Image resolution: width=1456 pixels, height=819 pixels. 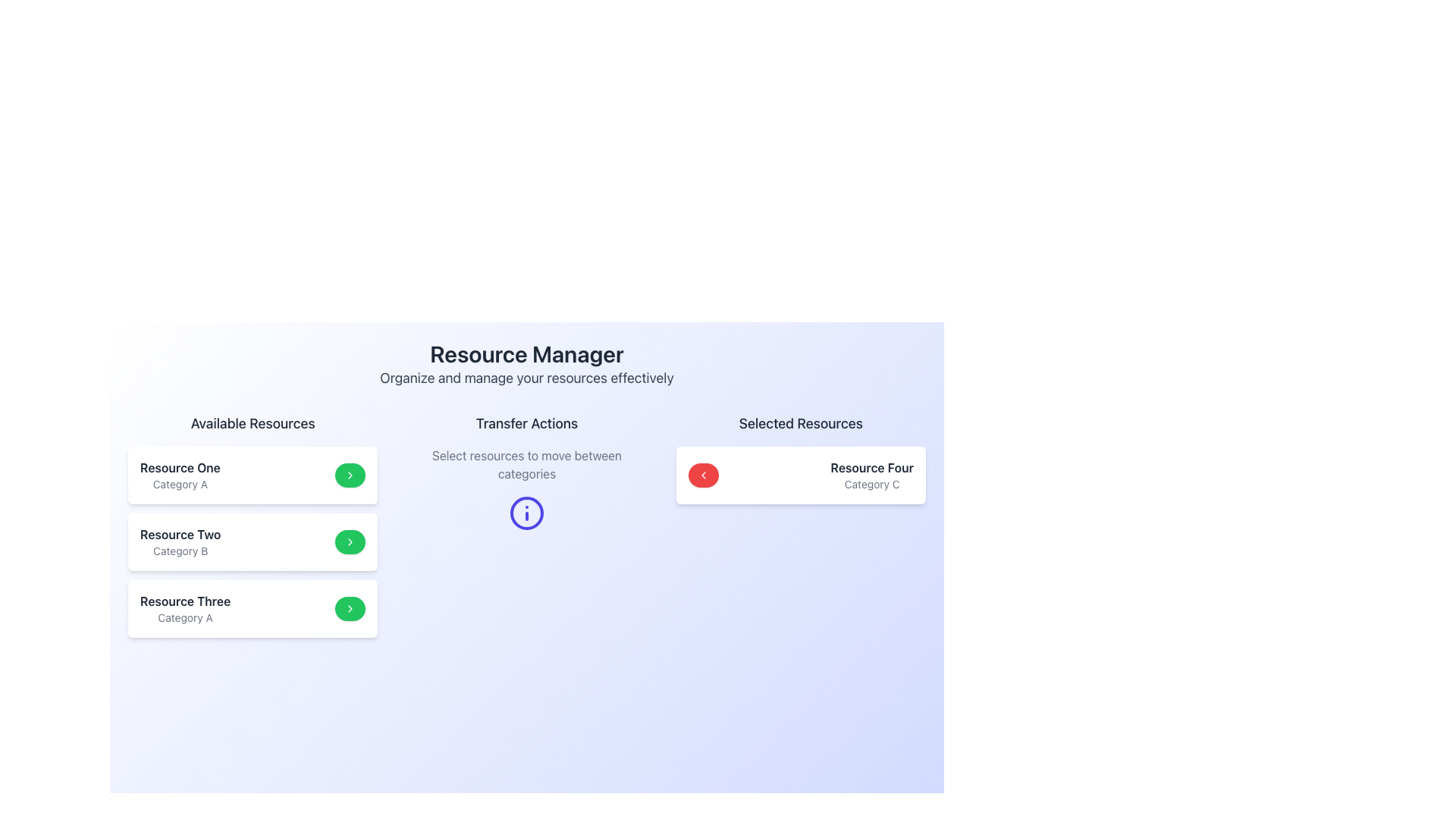 What do you see at coordinates (800, 424) in the screenshot?
I see `the 'Selected Resources' text label, which is a large, bold heading in dark gray, located in the top-right portion of the interface above the 'Resource Four' entry` at bounding box center [800, 424].